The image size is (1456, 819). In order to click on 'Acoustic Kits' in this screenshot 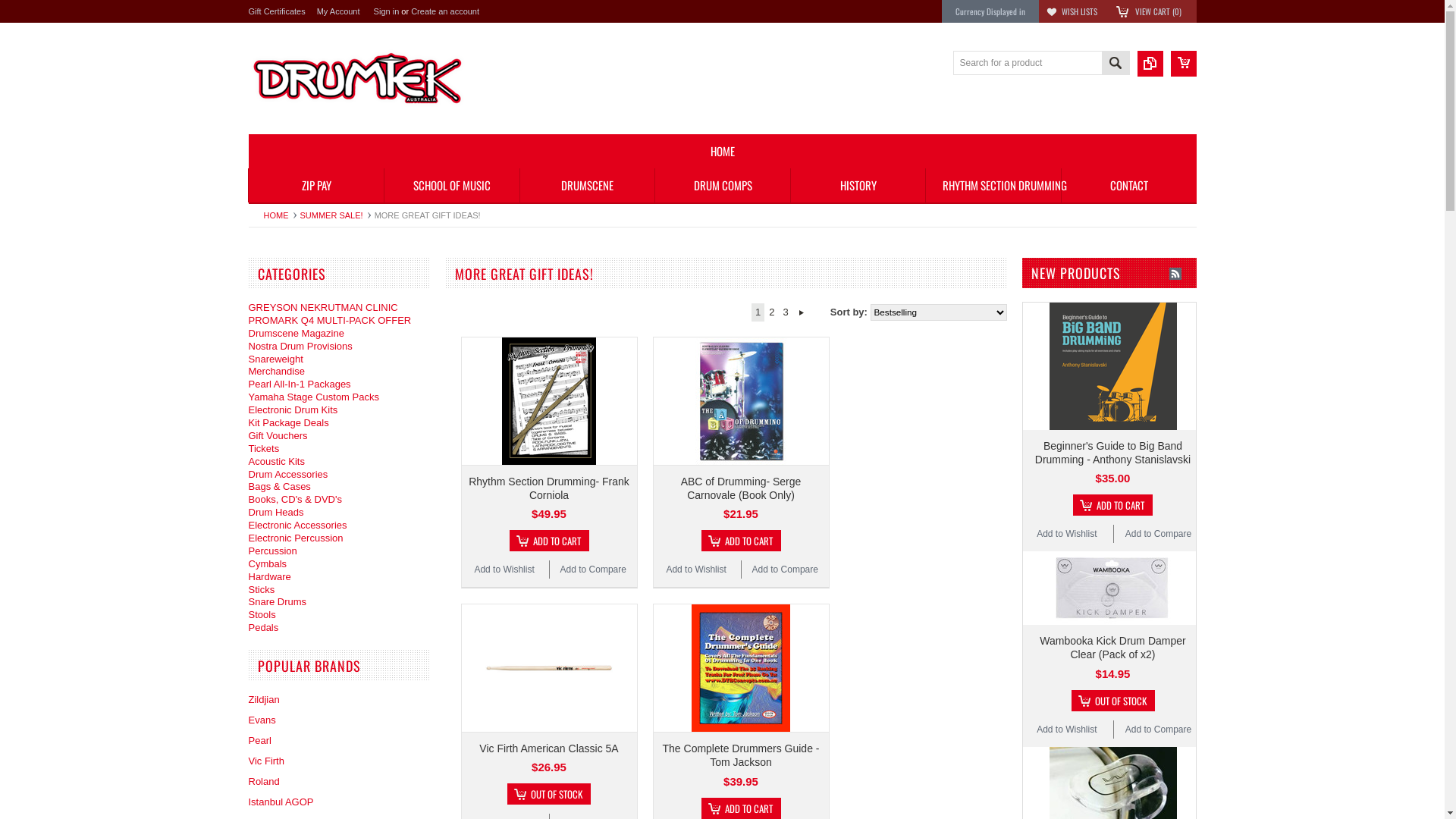, I will do `click(276, 460)`.